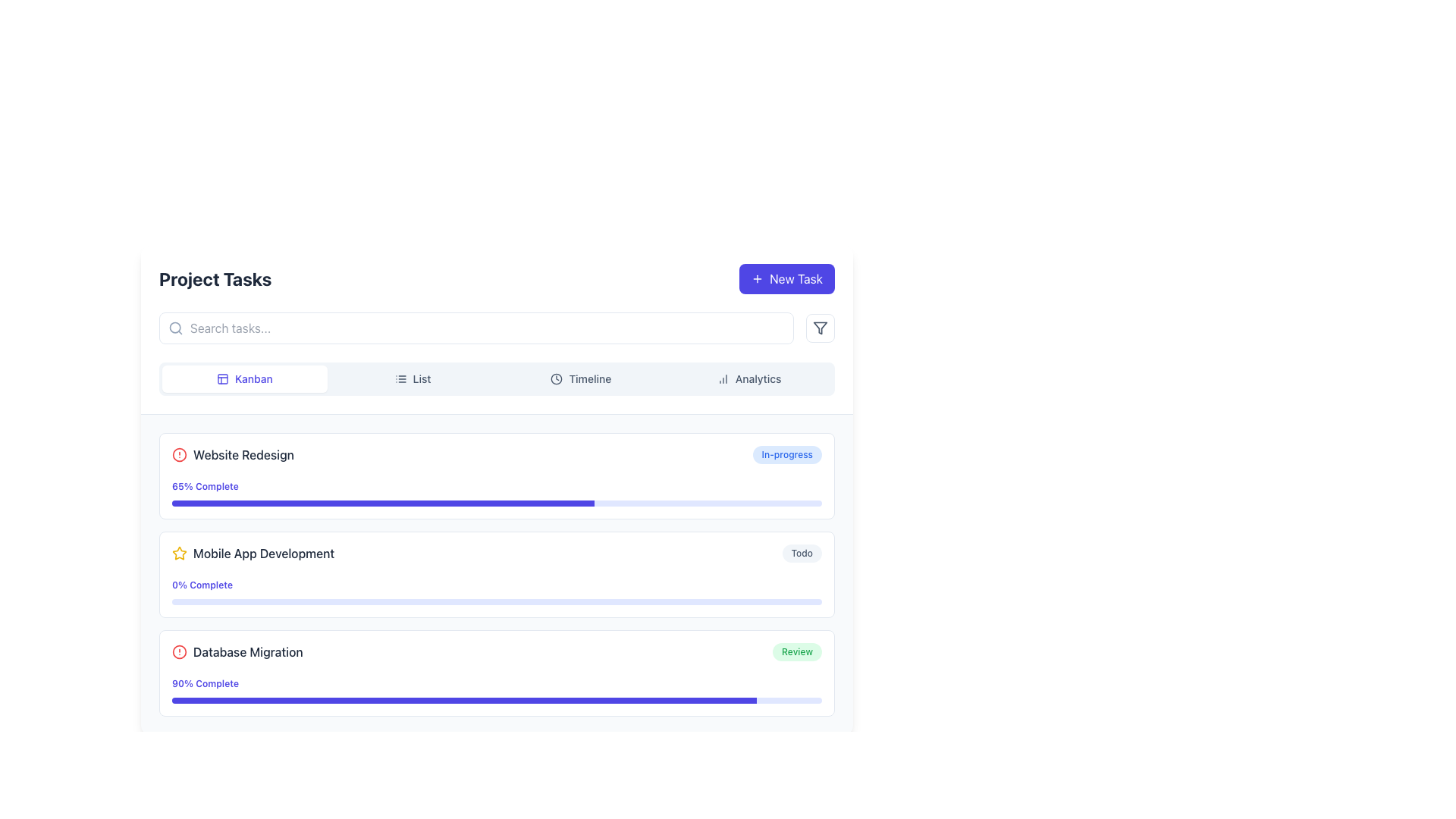  I want to click on the '+' icon associated with the 'New Task' button to provide additional visual feedback, so click(758, 278).